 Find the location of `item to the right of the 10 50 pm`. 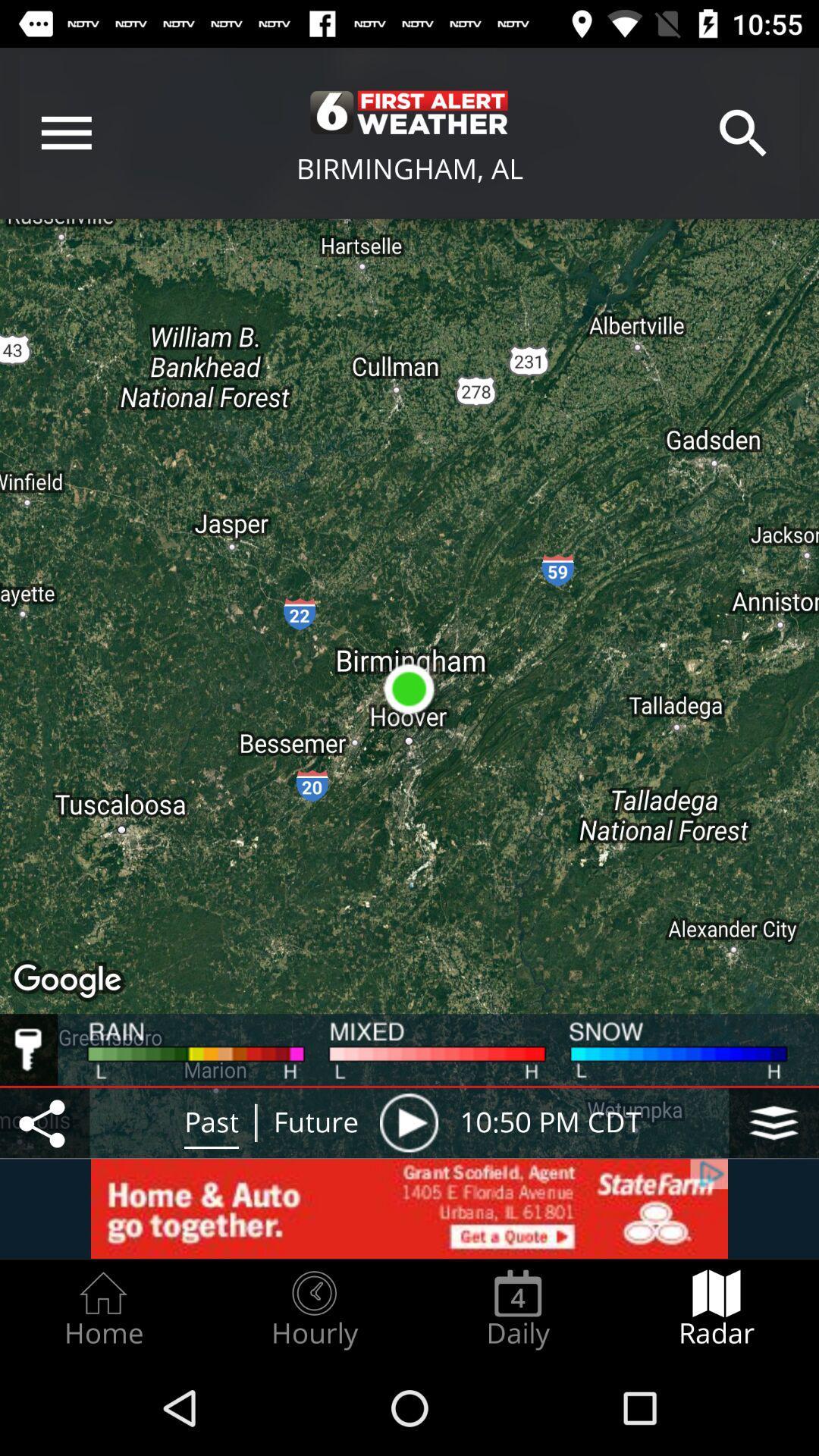

item to the right of the 10 50 pm is located at coordinates (773, 1122).